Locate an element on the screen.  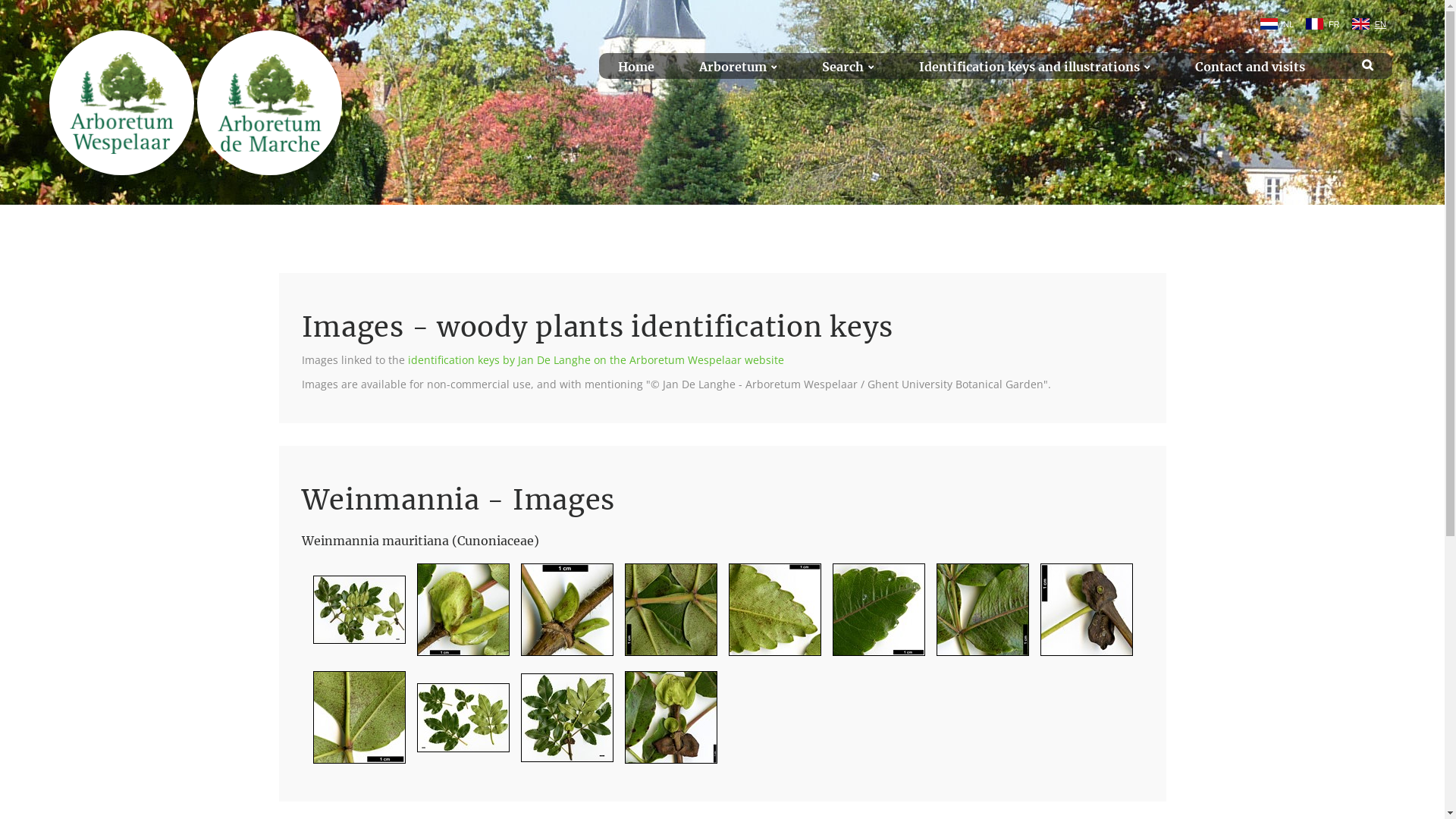
'Identification keys and illustrations' is located at coordinates (1034, 66).